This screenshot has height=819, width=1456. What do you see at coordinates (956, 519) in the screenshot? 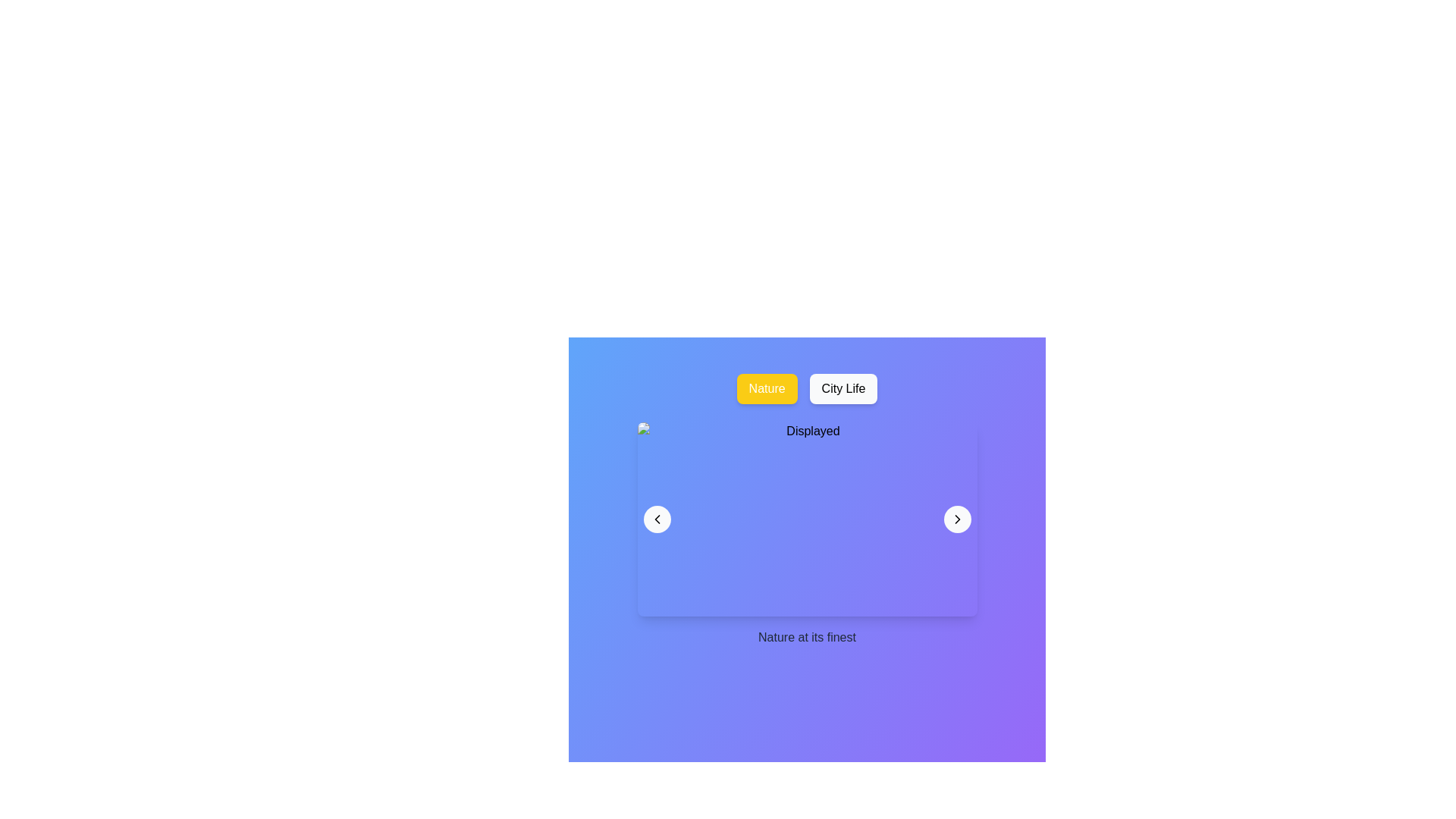
I see `the circular button with a light gray background and a black chevron pointing to the right` at bounding box center [956, 519].